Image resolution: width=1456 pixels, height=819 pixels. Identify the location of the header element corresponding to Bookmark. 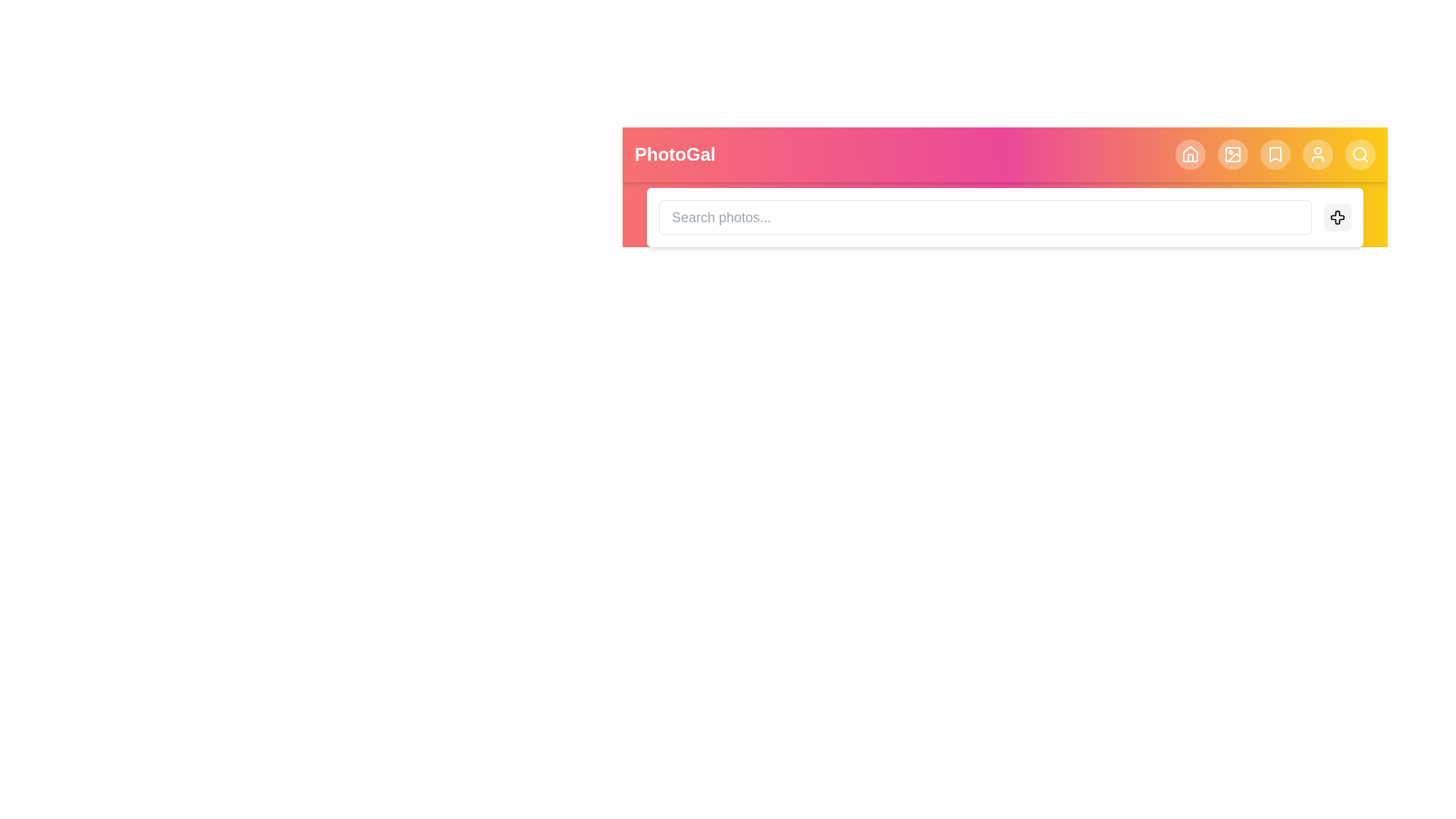
(1274, 155).